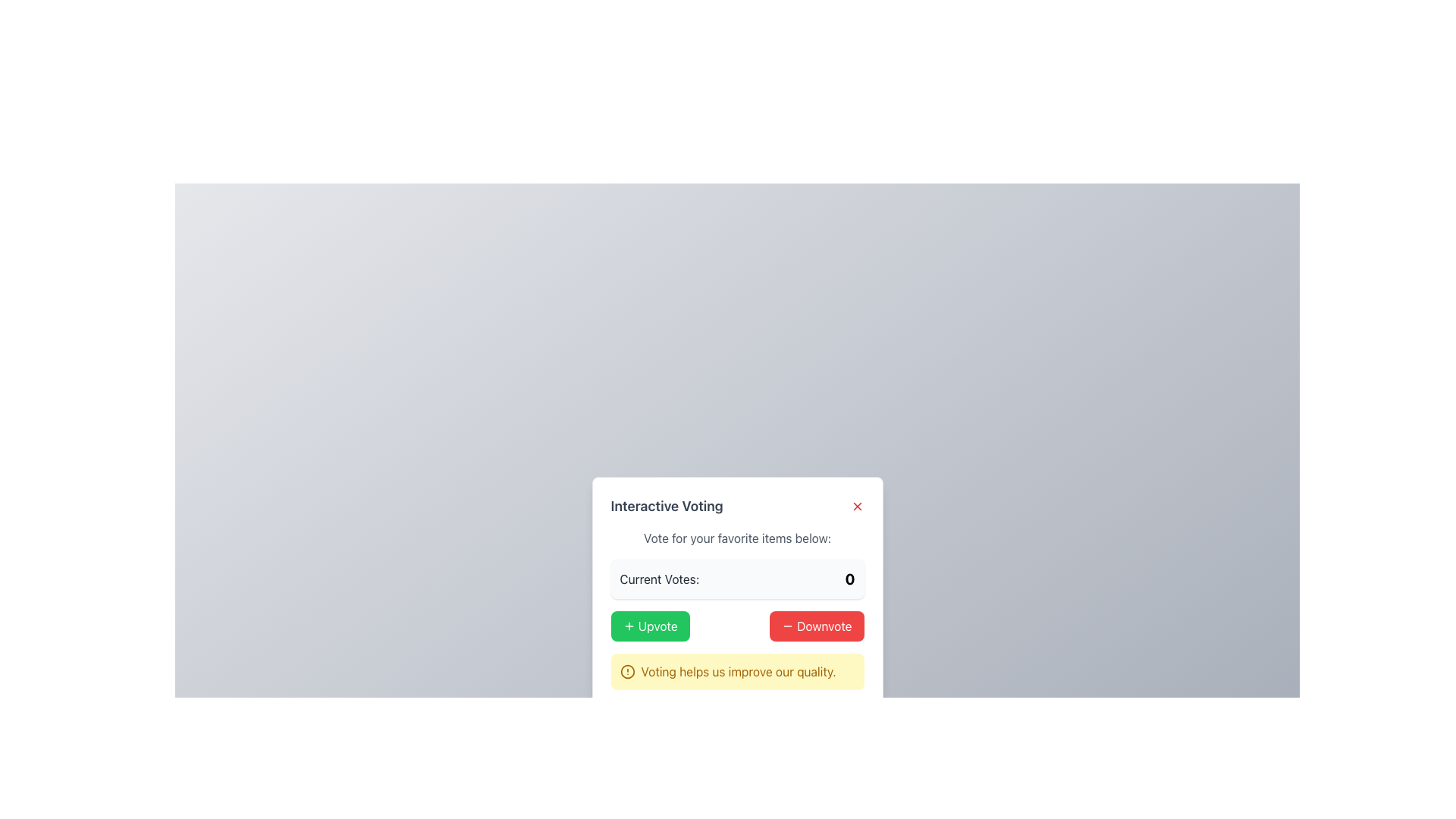  I want to click on the circular icon located to the left of the text 'Voting helps us improve our quality' within the yellow notification box at the bottom of the voting interface, so click(627, 671).